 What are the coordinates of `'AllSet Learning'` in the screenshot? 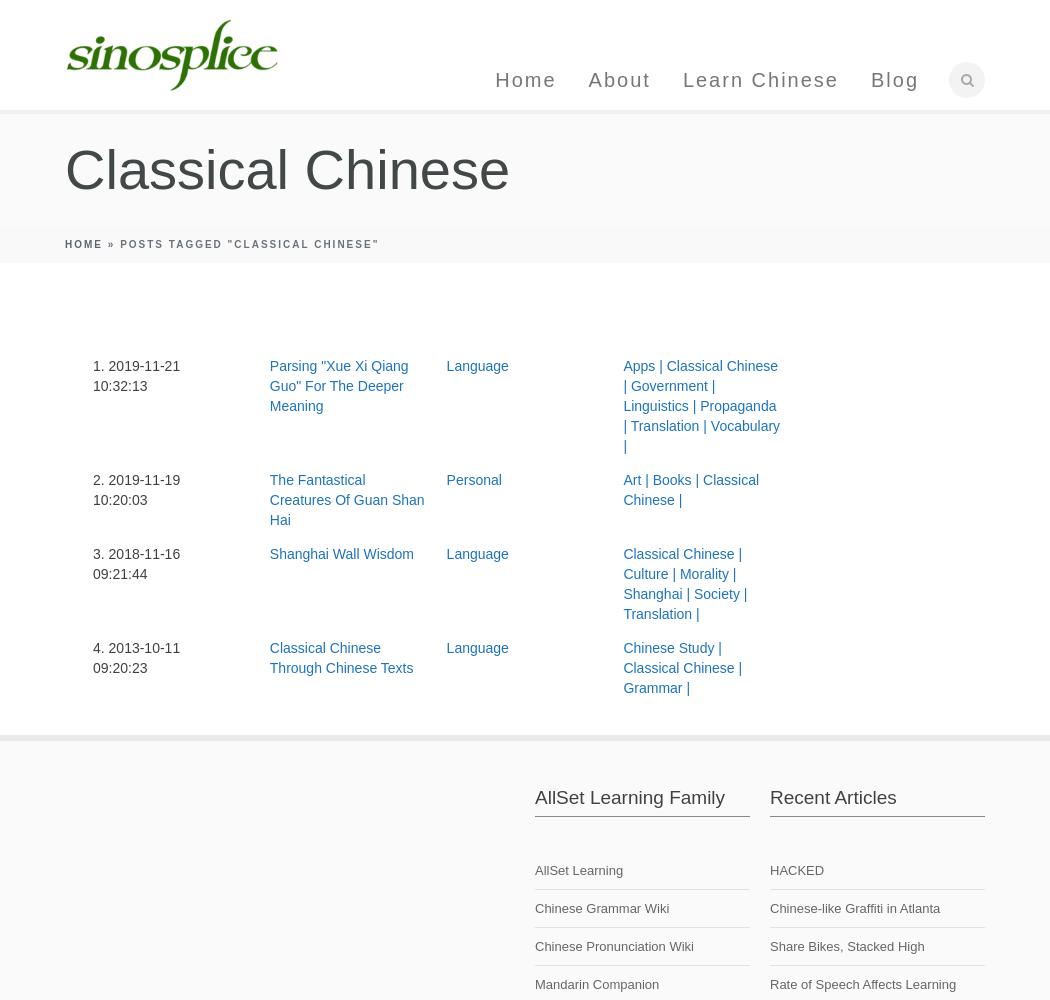 It's located at (577, 869).